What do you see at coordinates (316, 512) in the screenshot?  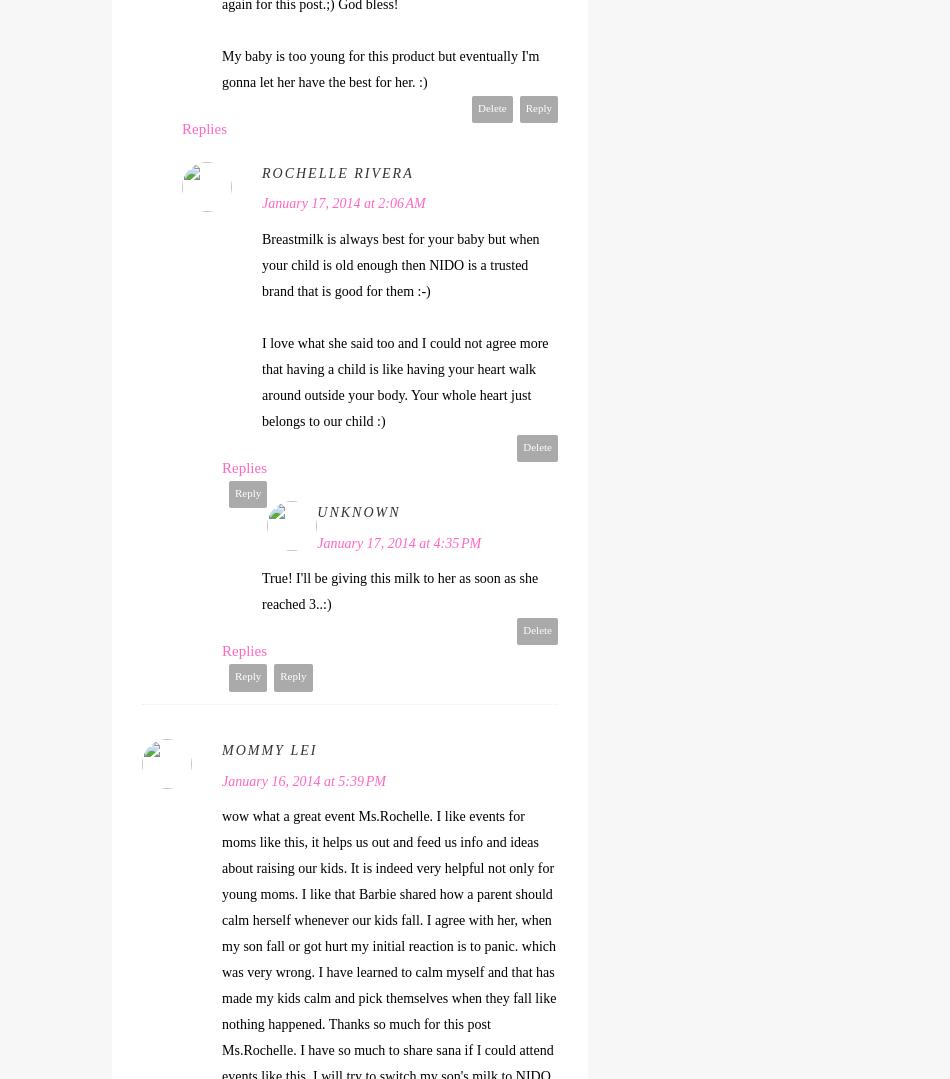 I see `'Unknown'` at bounding box center [316, 512].